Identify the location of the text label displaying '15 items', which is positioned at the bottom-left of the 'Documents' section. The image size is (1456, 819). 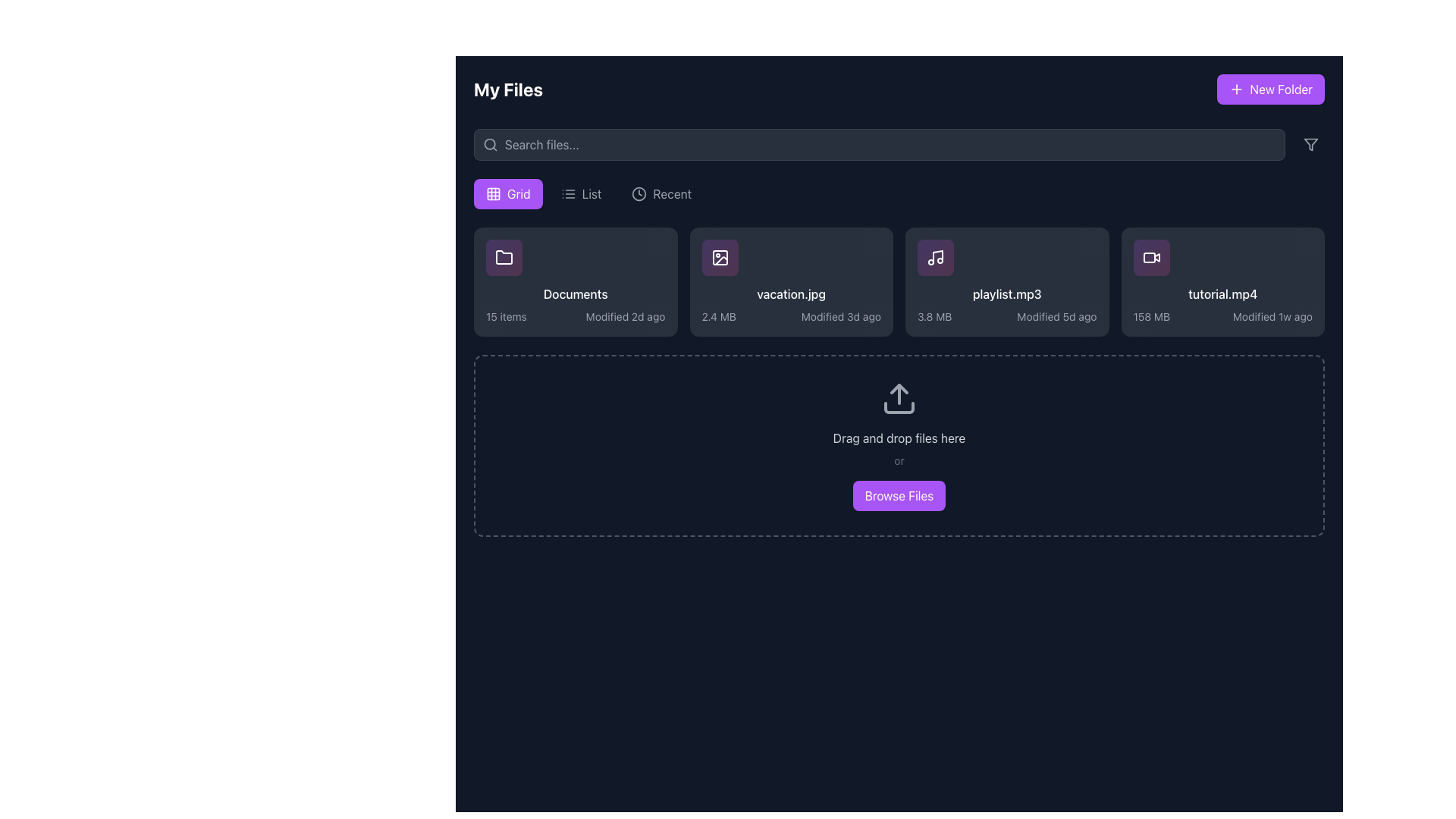
(506, 315).